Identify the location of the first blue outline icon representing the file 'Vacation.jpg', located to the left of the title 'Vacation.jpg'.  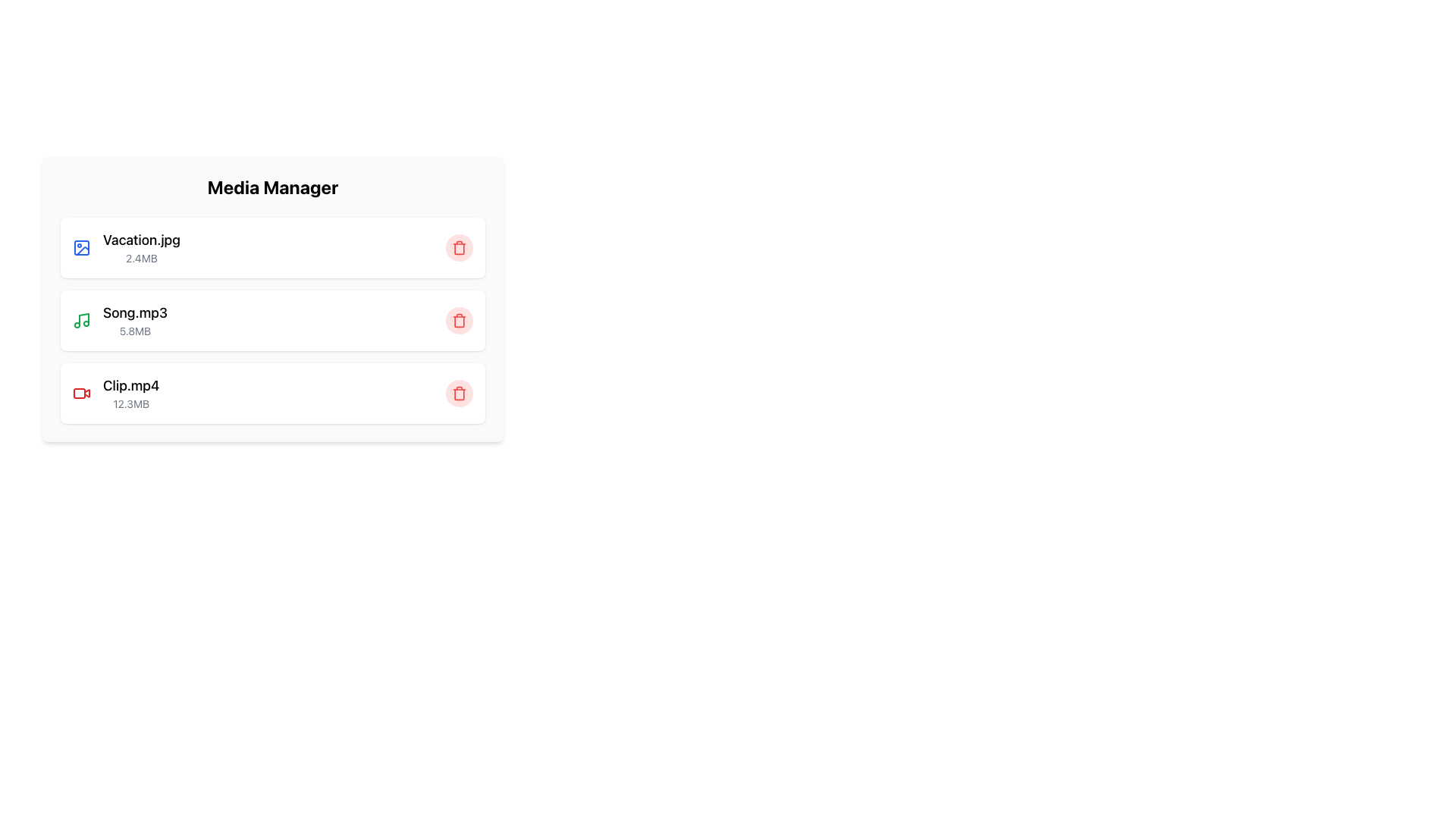
(81, 247).